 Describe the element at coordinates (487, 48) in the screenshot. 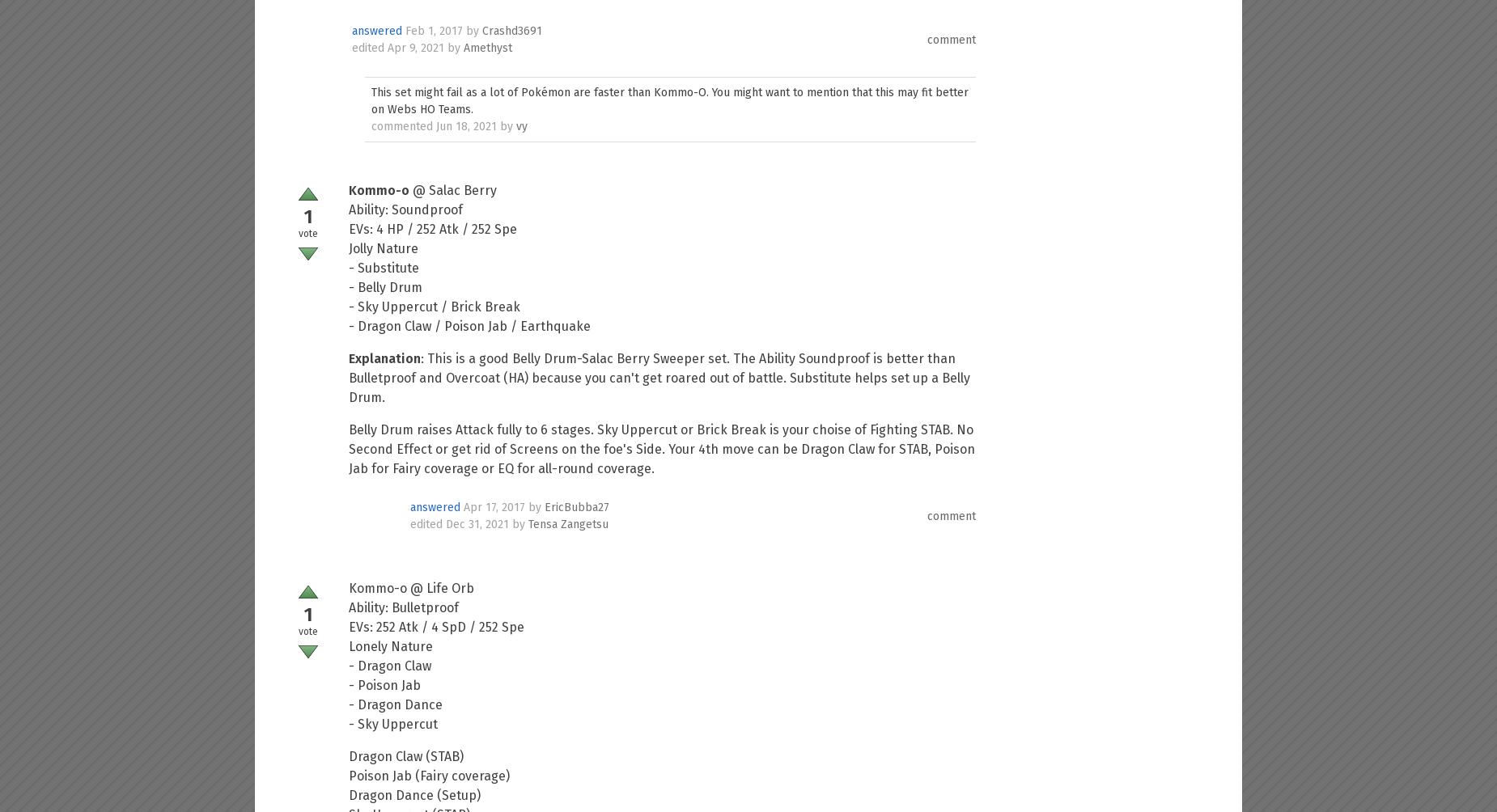

I see `'Amethyst'` at that location.